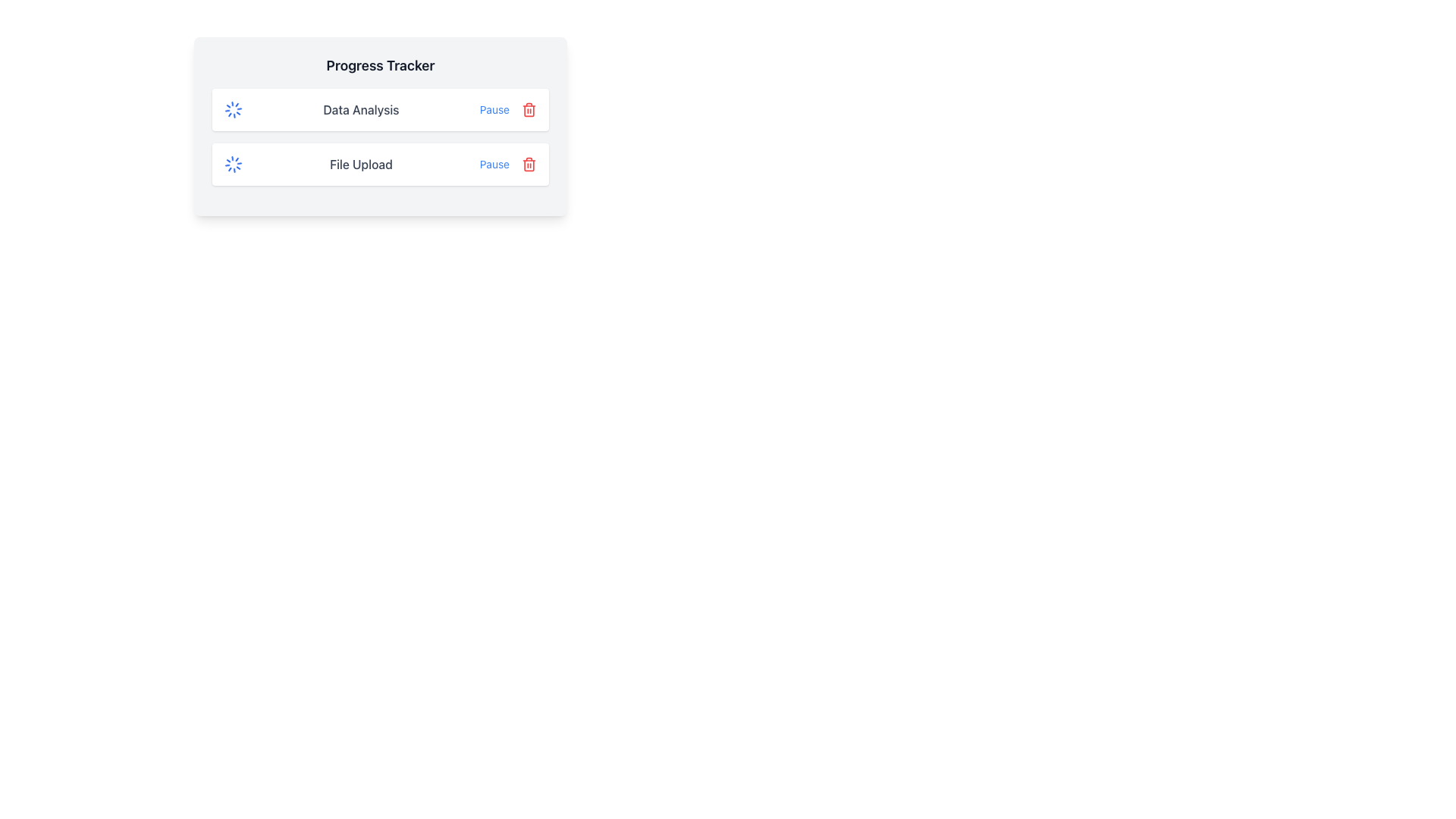 The height and width of the screenshot is (819, 1456). Describe the element at coordinates (494, 109) in the screenshot. I see `the blue-colored text link labeled 'Pause' located near the right corner of the 'Data Analysis' item` at that location.